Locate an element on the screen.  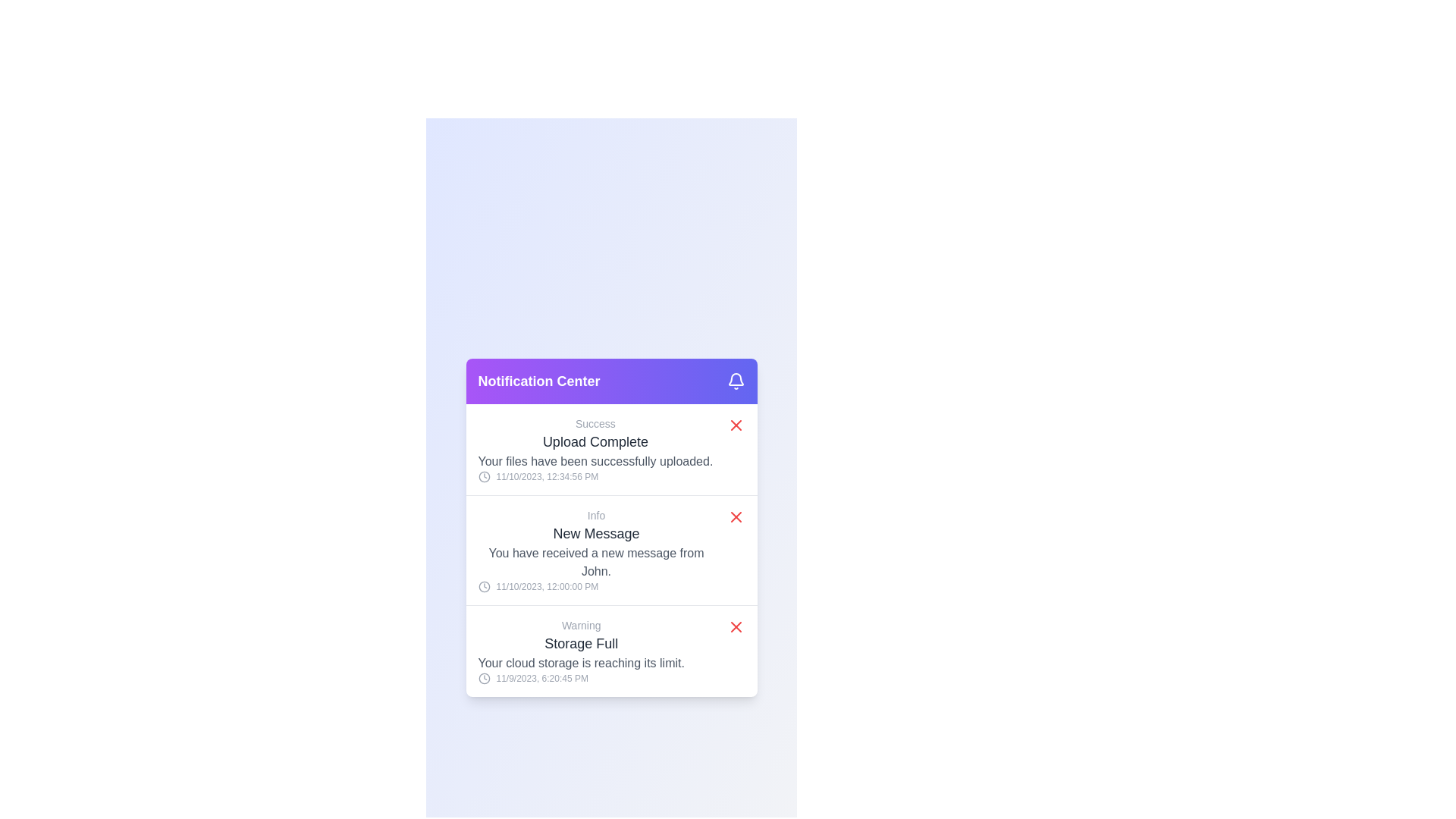
the first notification card located just below the purple header in the notification center is located at coordinates (595, 449).